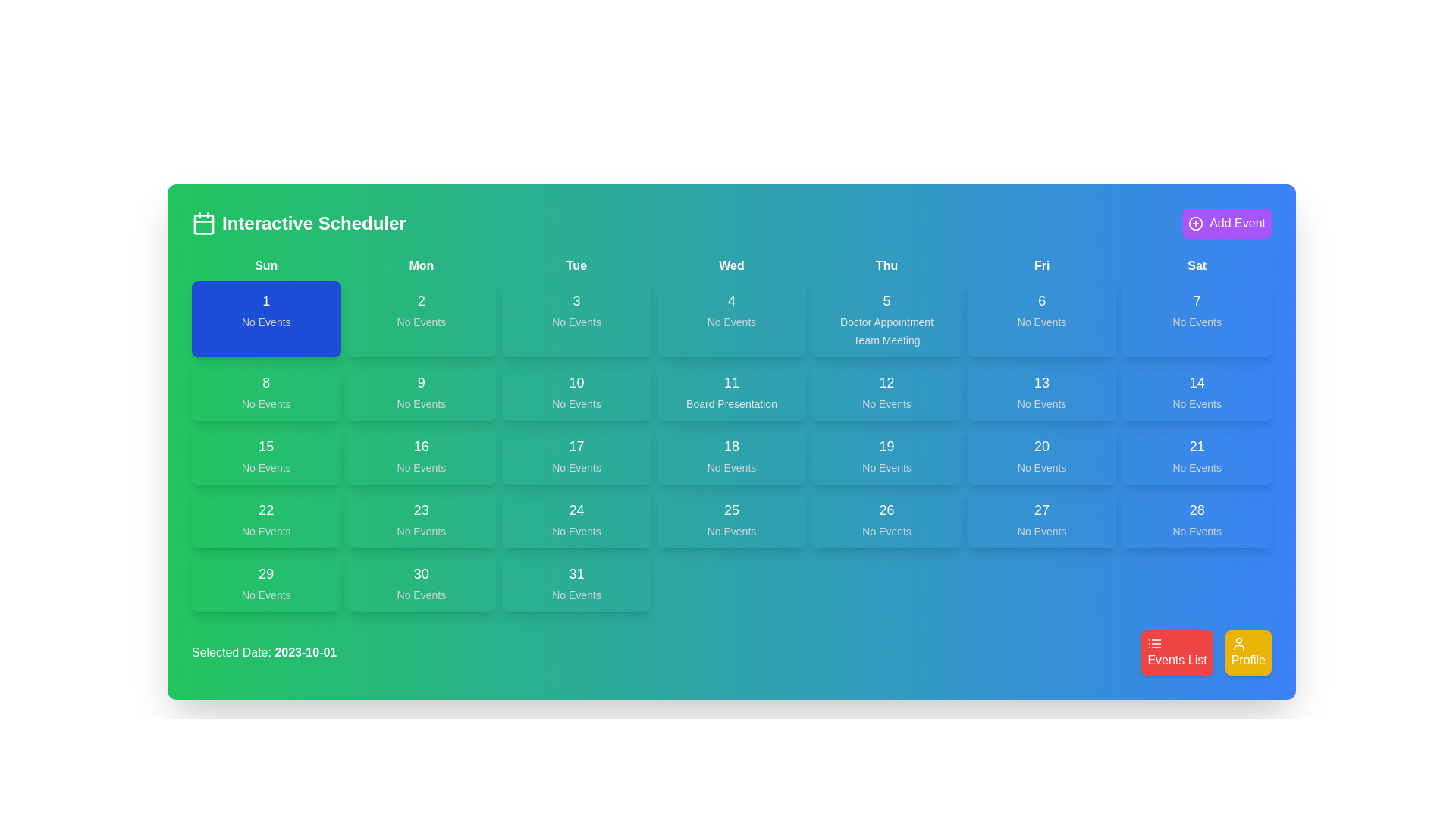 The height and width of the screenshot is (819, 1456). Describe the element at coordinates (1041, 403) in the screenshot. I see `the 'No Events' text label located in the box labeled '13' in the calendar grid, positioned under the 'Fri' header` at that location.